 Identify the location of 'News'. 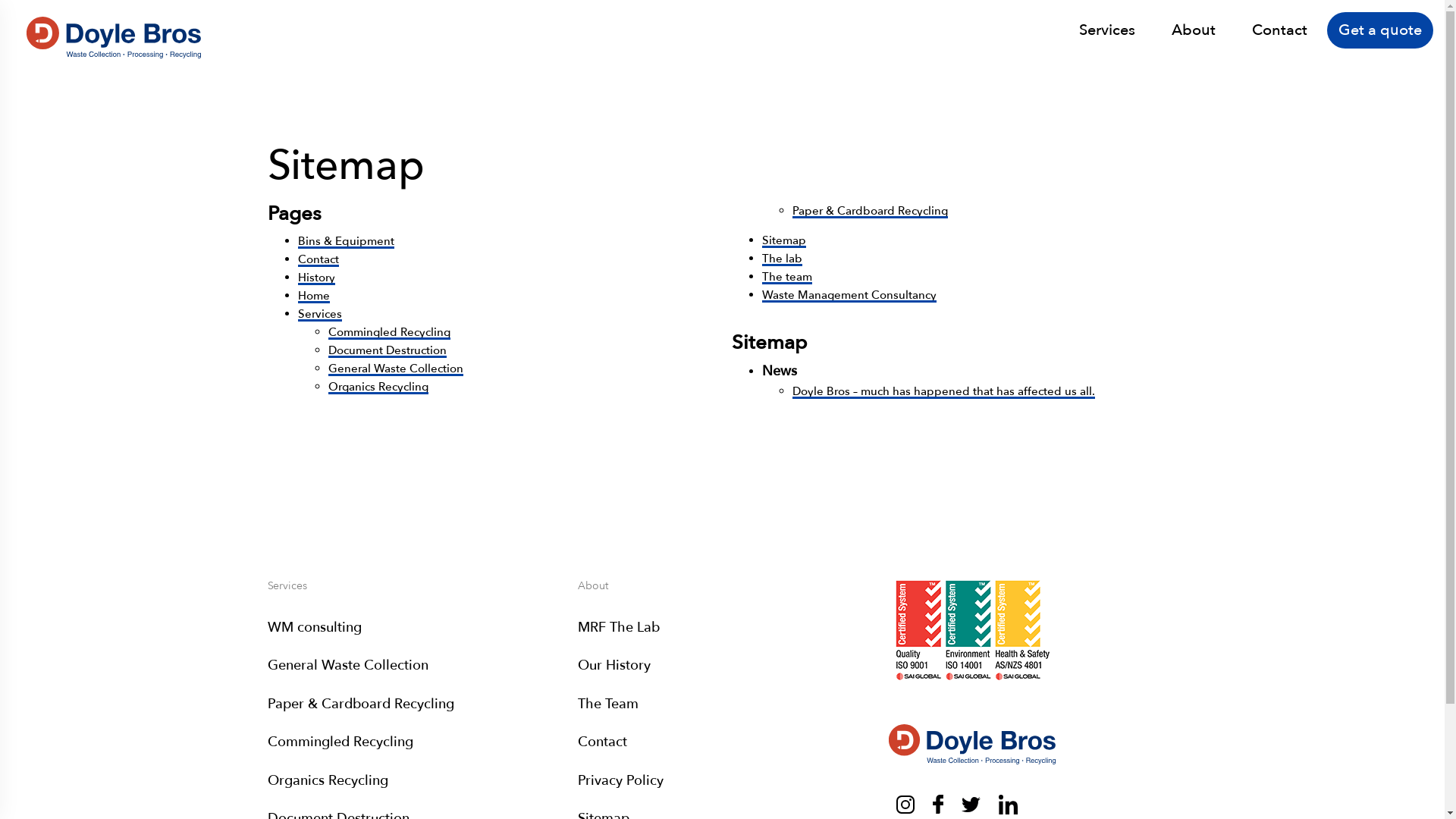
(779, 371).